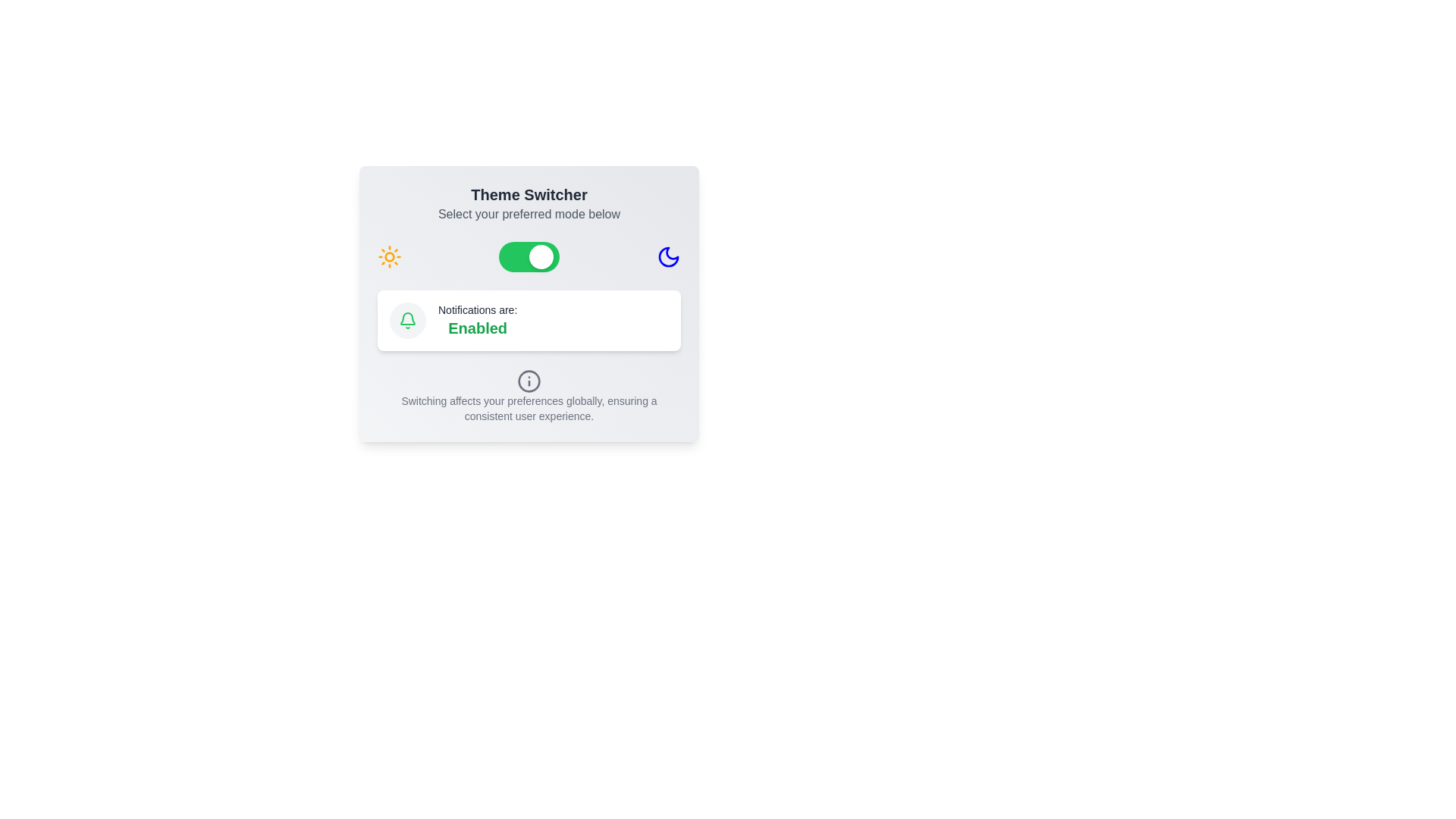  Describe the element at coordinates (529, 203) in the screenshot. I see `the textual heading with subtitle that describes the theme-switching functionality, located at the top section of the card-like interface` at that location.